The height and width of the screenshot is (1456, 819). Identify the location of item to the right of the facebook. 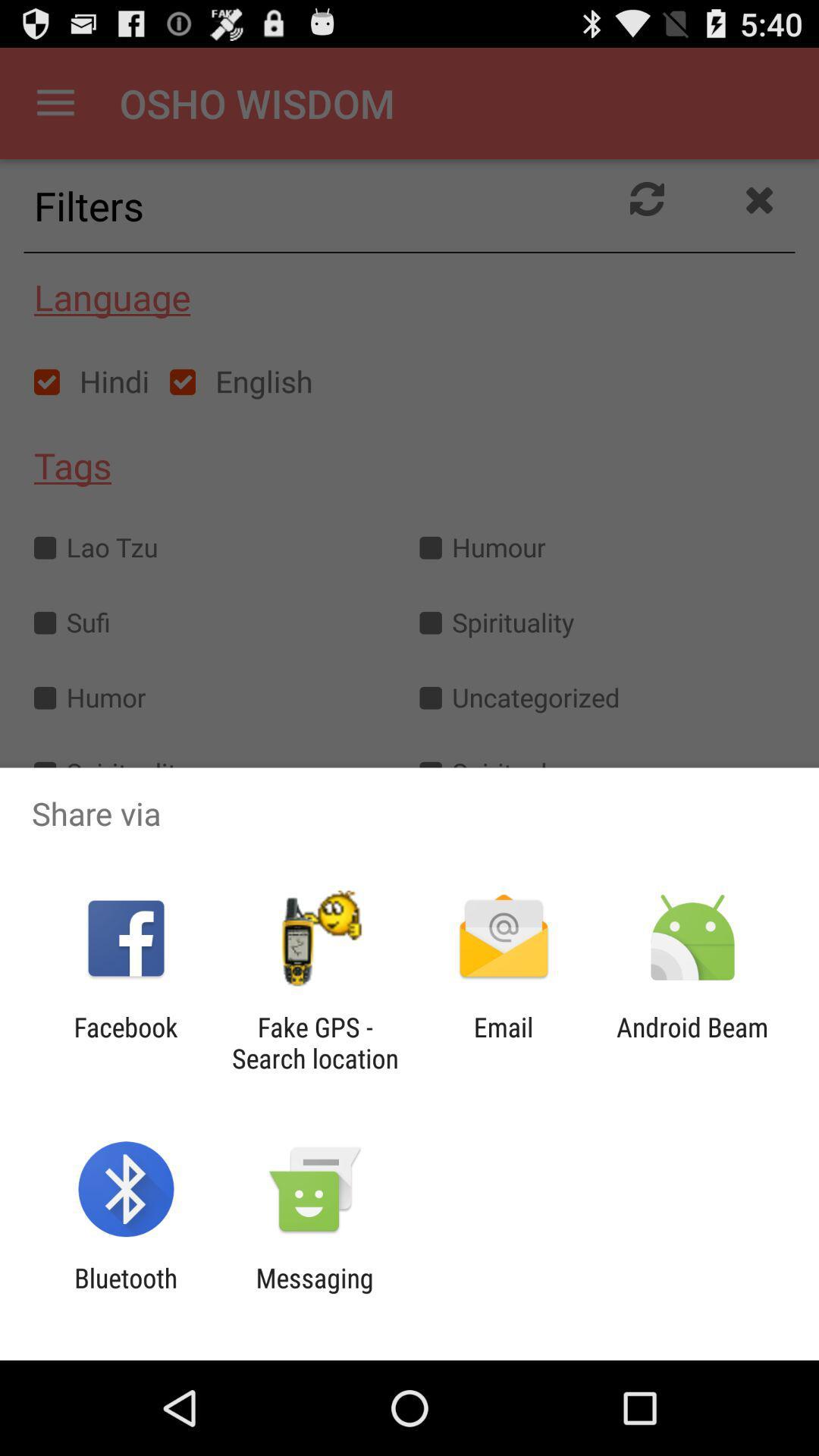
(314, 1042).